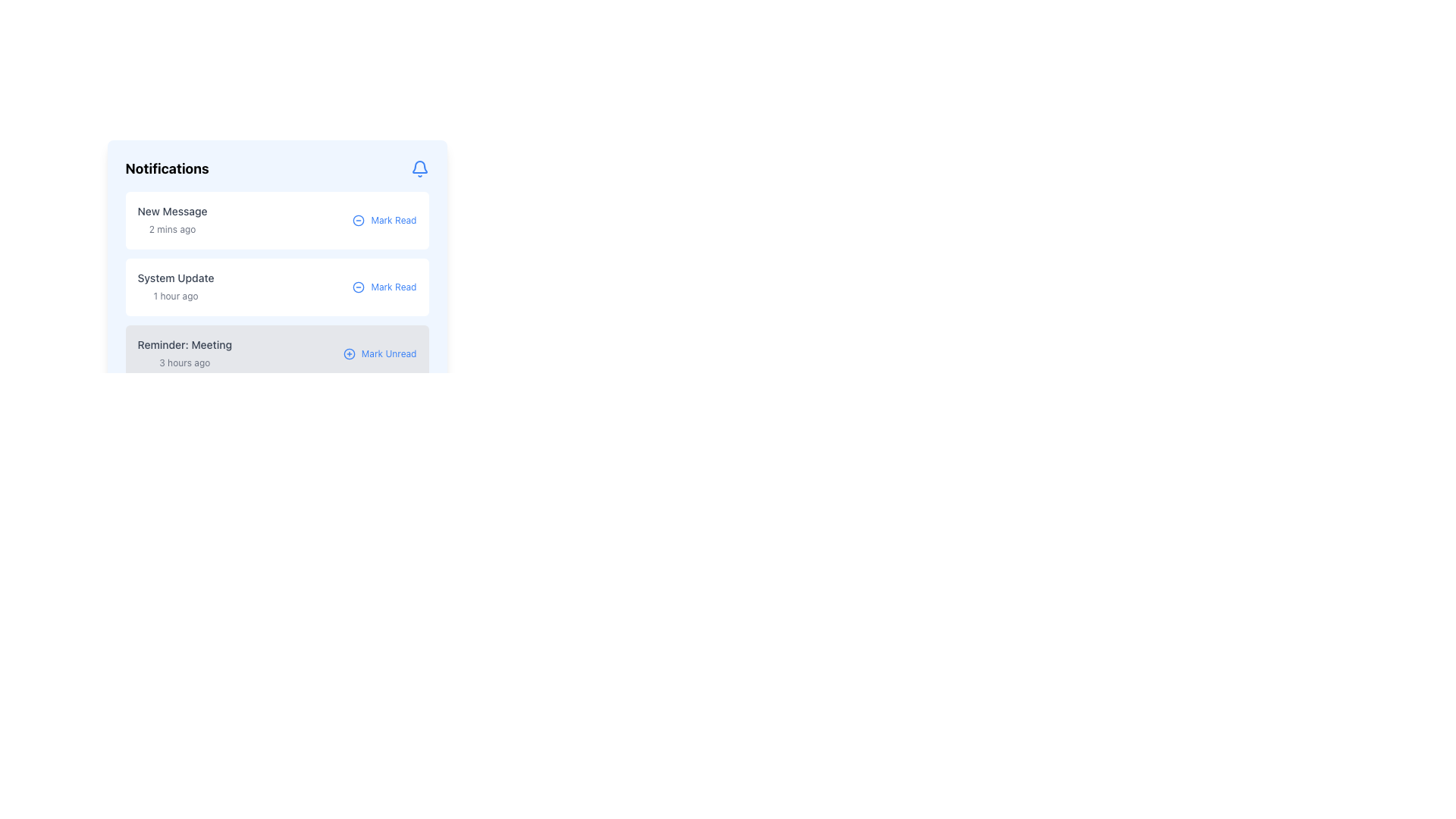 The height and width of the screenshot is (819, 1456). What do you see at coordinates (176, 278) in the screenshot?
I see `the text label that serves as the title for the notification entry, located in the middle section of the list, above 'Reminder: Meeting'` at bounding box center [176, 278].